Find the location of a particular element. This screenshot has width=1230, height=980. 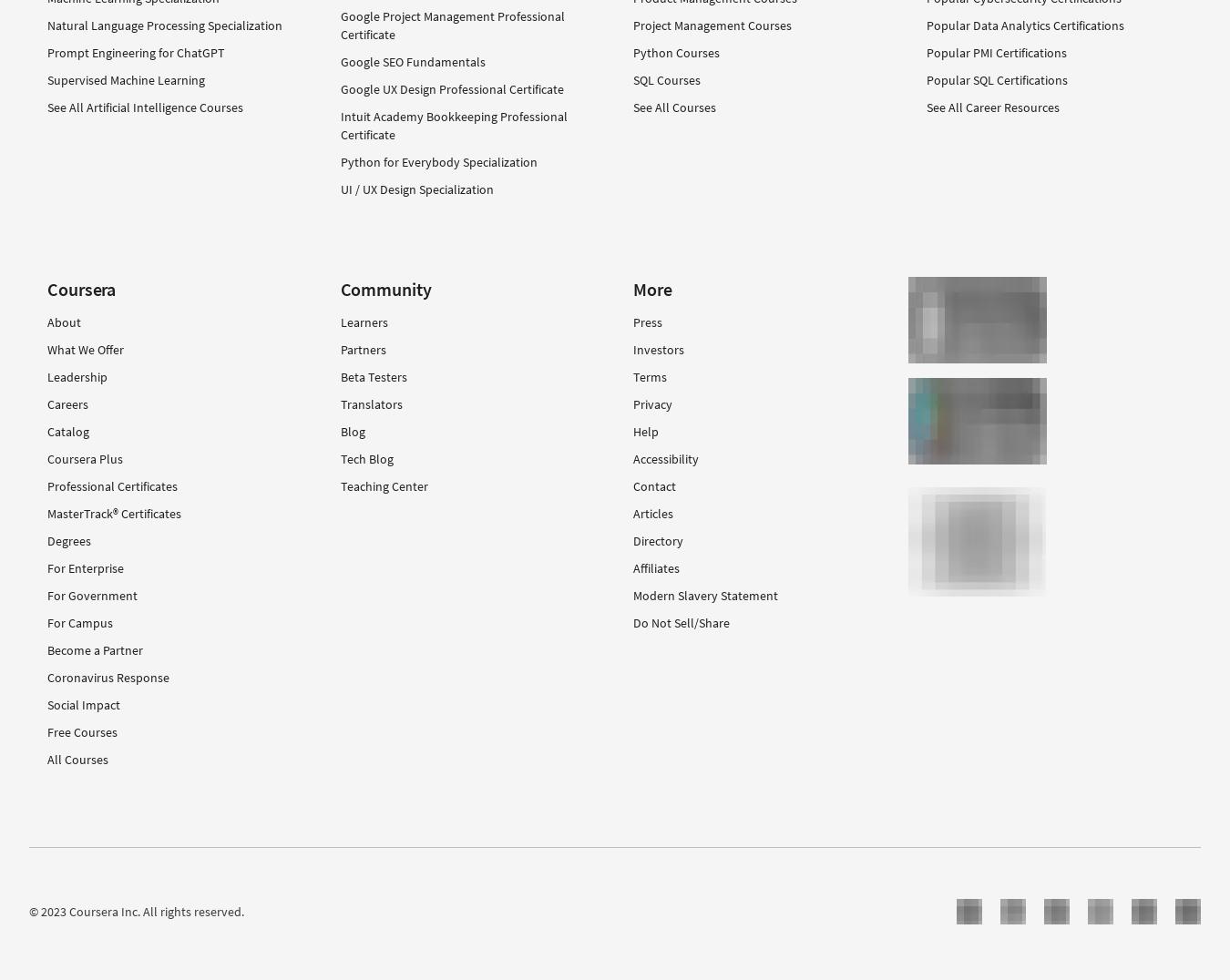

'Google UX Design Professional Certificate' is located at coordinates (450, 88).